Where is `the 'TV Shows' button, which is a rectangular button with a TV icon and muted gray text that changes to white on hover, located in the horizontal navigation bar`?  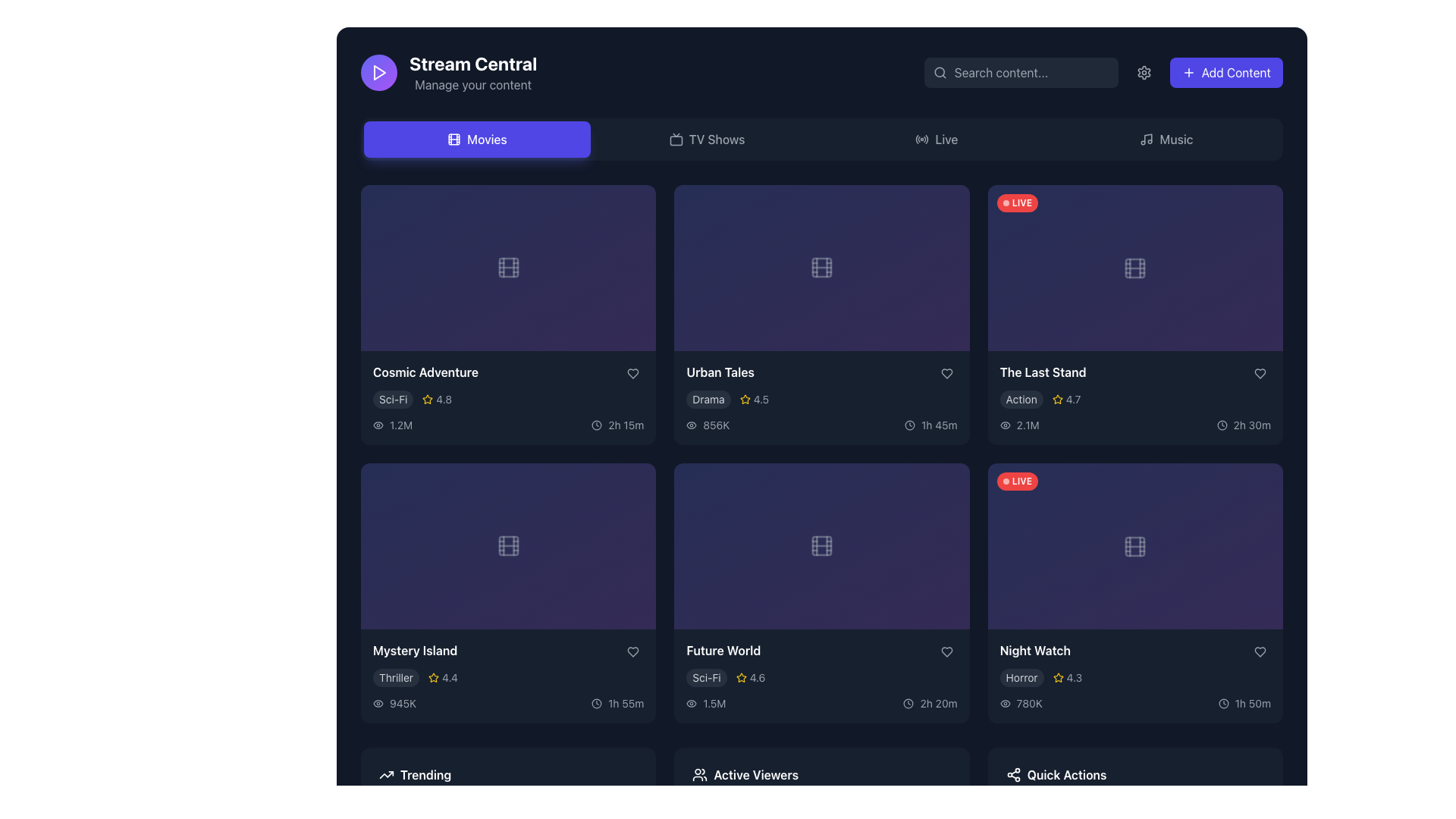 the 'TV Shows' button, which is a rectangular button with a TV icon and muted gray text that changes to white on hover, located in the horizontal navigation bar is located at coordinates (706, 140).